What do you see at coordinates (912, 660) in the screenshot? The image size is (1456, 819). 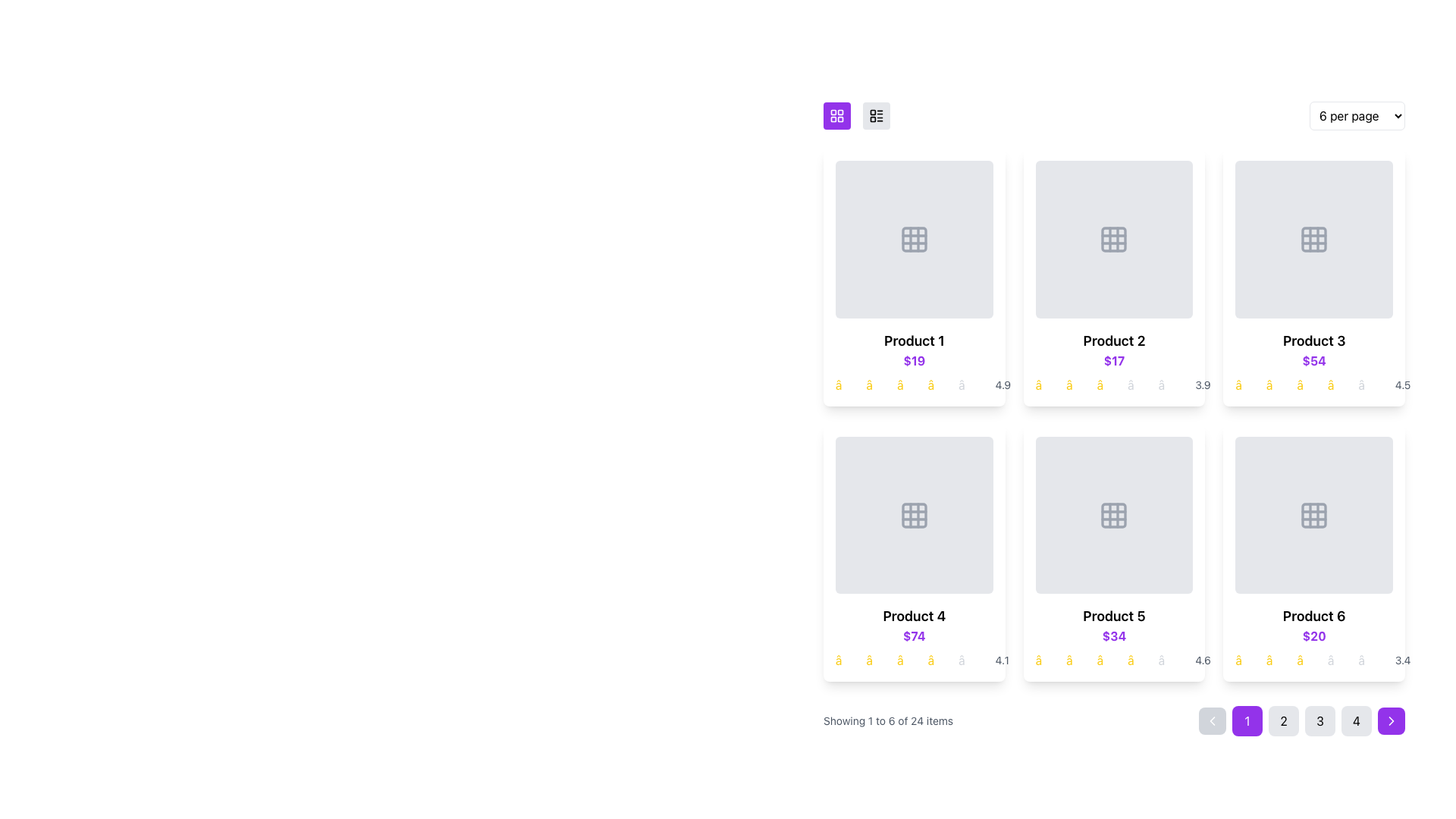 I see `the non-interactive Rating indicator located under the price section of the fourth product in a grid of six displayed products` at bounding box center [912, 660].